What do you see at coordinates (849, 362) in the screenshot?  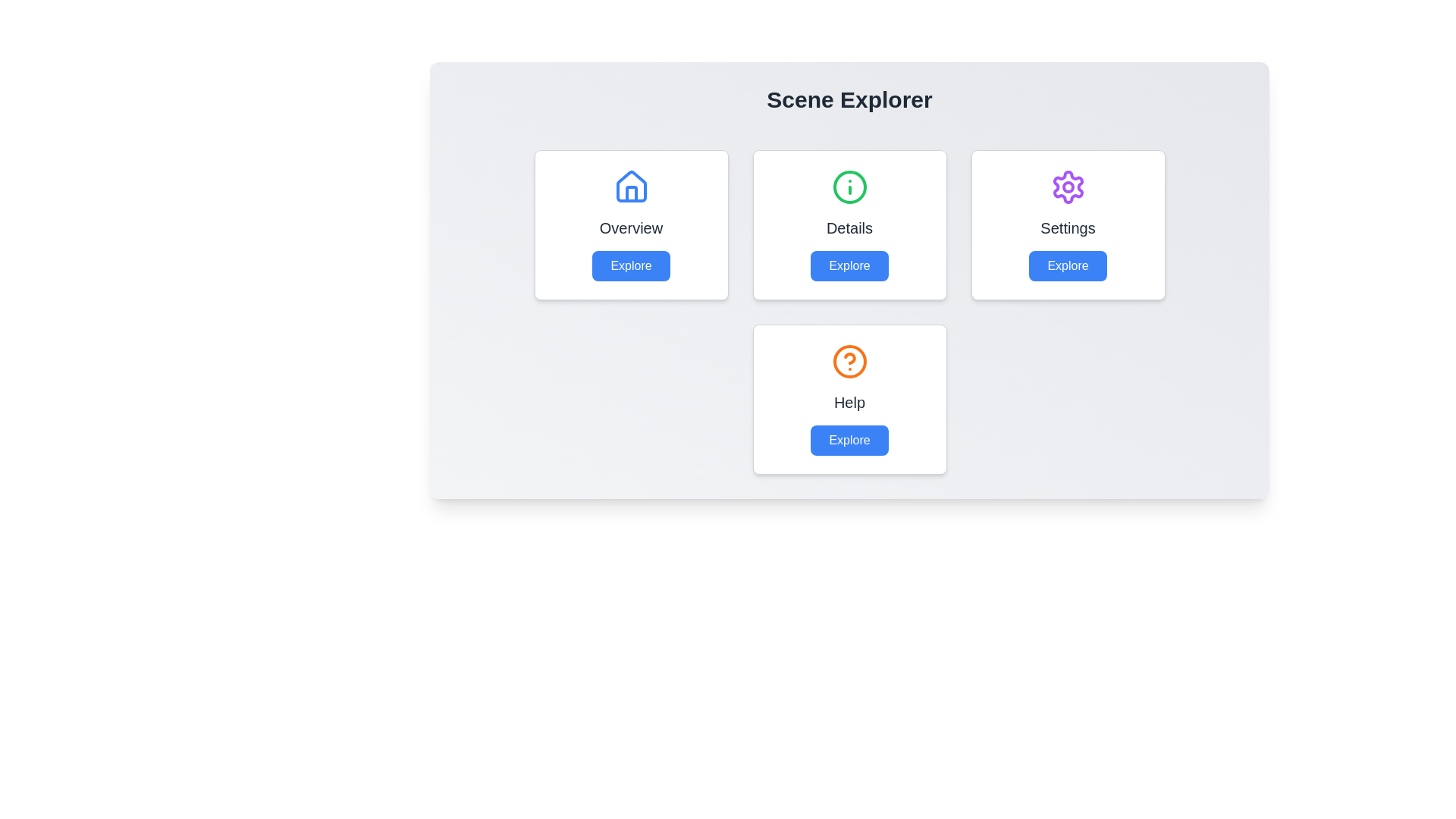 I see `the decorative SVG circle element within the 'Help' icon located at the center-top of the 'Help' card` at bounding box center [849, 362].